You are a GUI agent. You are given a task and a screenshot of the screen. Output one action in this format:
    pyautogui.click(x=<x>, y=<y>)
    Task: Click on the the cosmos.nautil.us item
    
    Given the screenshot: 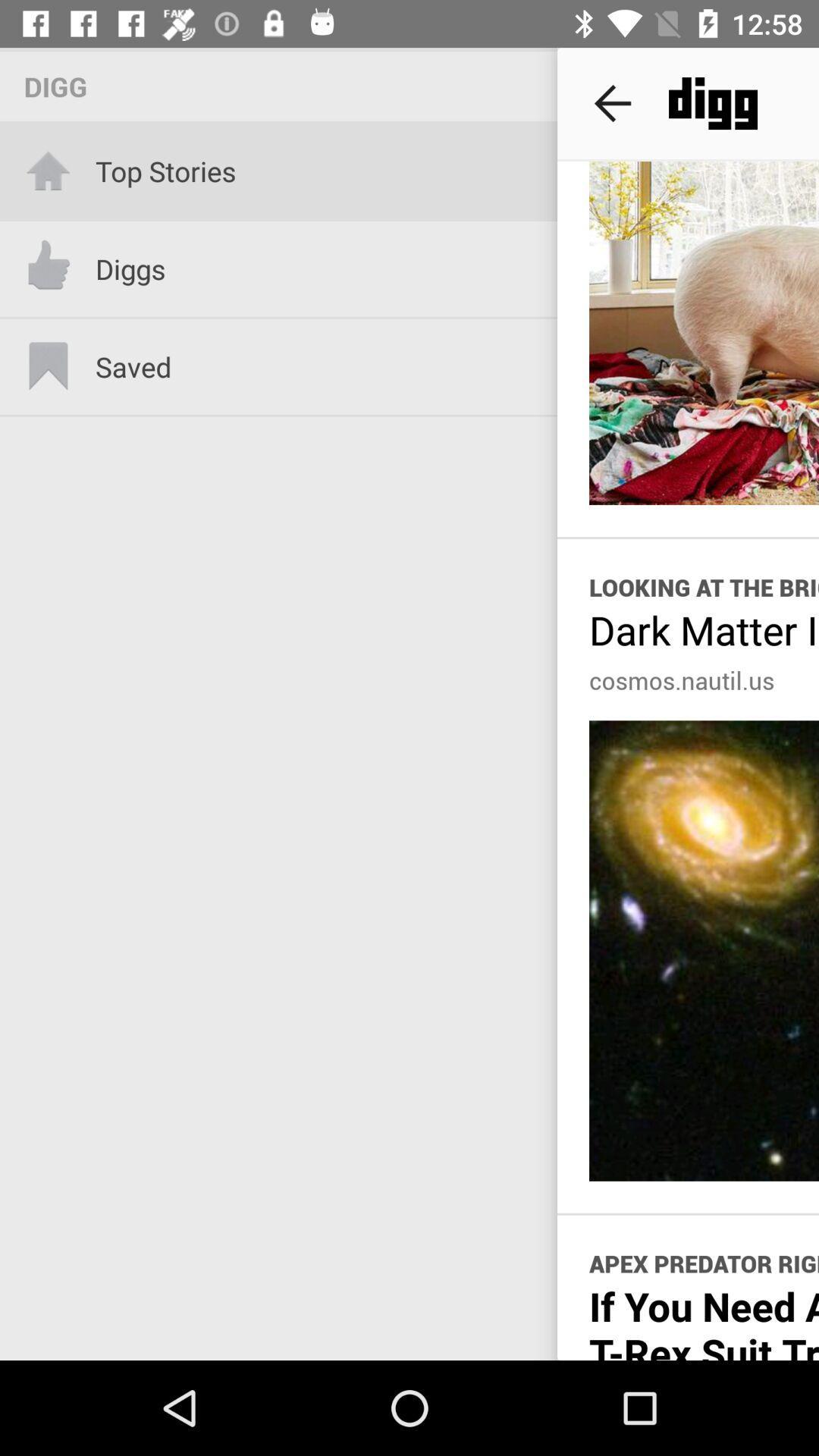 What is the action you would take?
    pyautogui.click(x=681, y=679)
    